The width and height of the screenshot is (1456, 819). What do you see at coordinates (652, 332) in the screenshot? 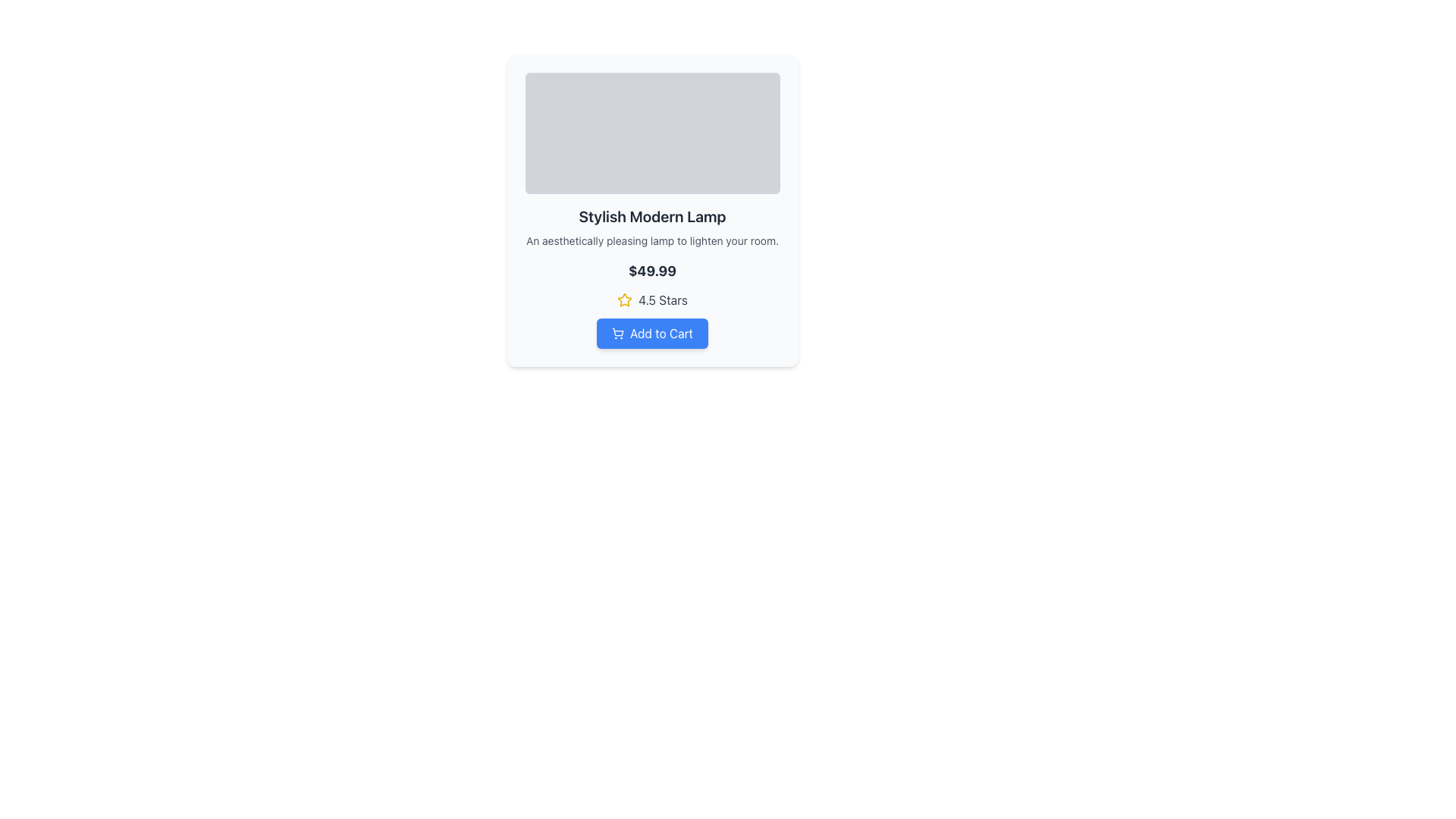
I see `the blue 'Add to Cart' button with a shopping cart icon` at bounding box center [652, 332].